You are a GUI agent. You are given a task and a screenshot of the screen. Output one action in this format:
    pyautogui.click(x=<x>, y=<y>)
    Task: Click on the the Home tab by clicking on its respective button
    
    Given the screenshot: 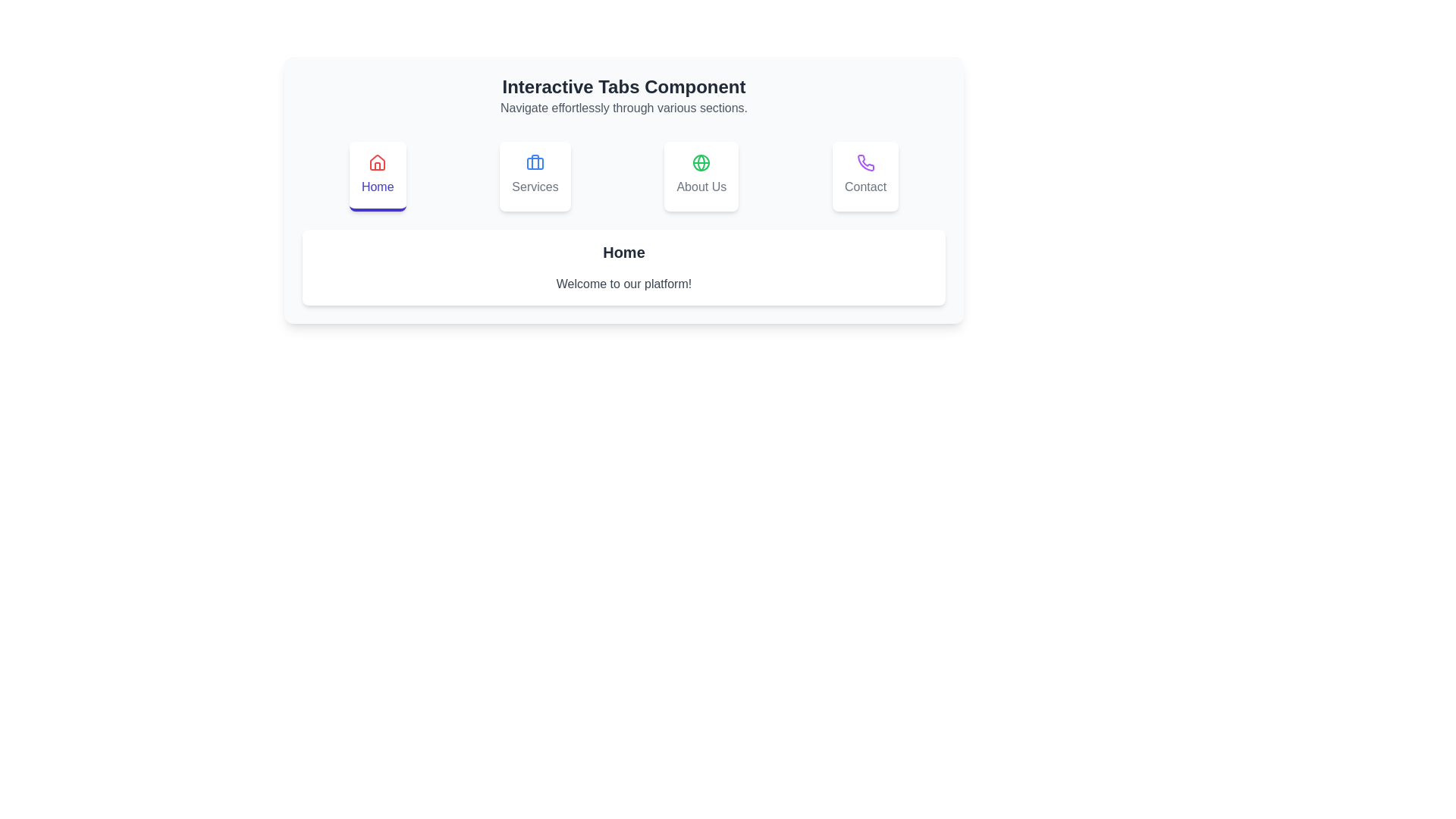 What is the action you would take?
    pyautogui.click(x=378, y=175)
    